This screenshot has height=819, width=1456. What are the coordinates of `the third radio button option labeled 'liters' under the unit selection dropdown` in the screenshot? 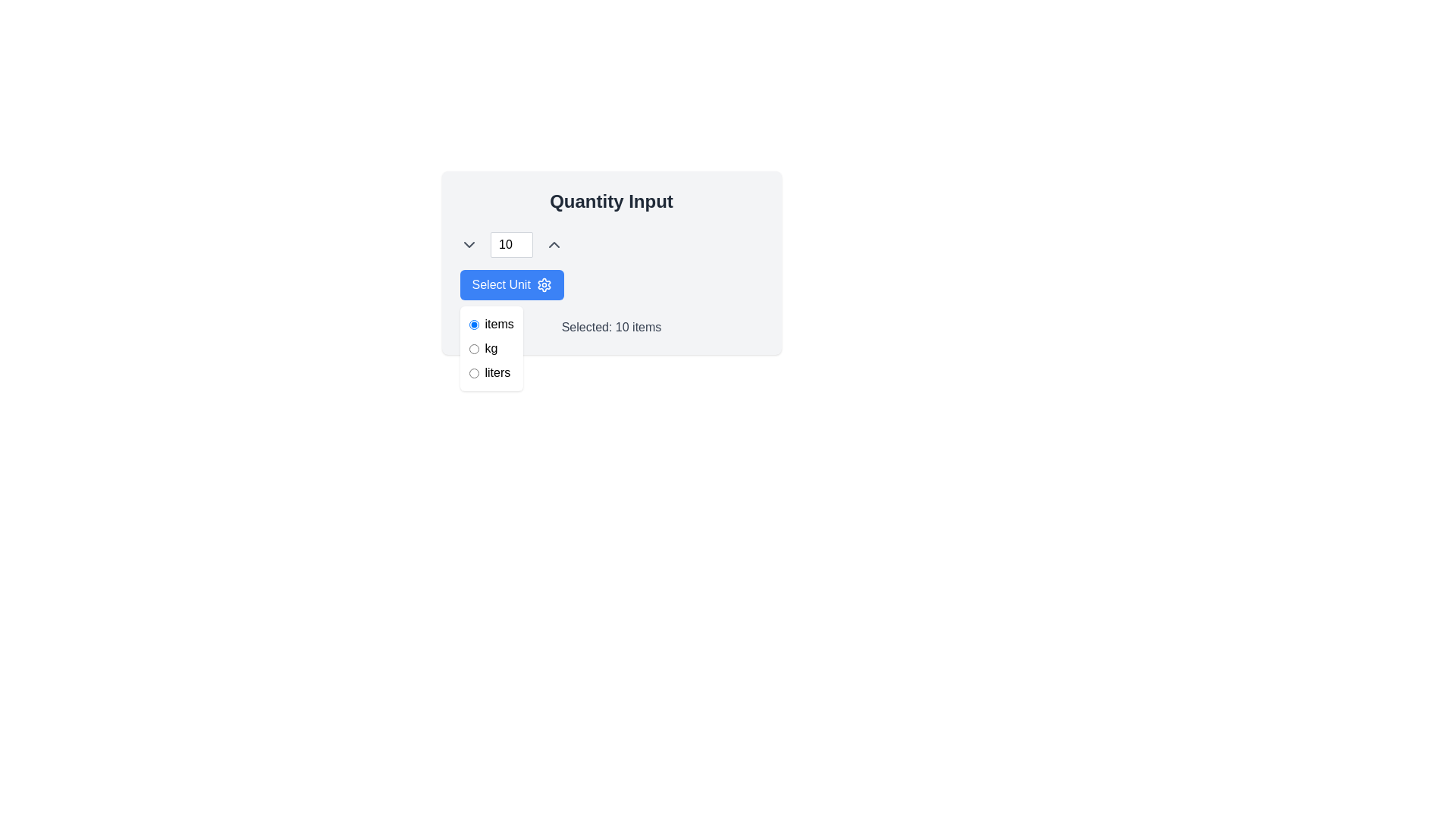 It's located at (472, 373).